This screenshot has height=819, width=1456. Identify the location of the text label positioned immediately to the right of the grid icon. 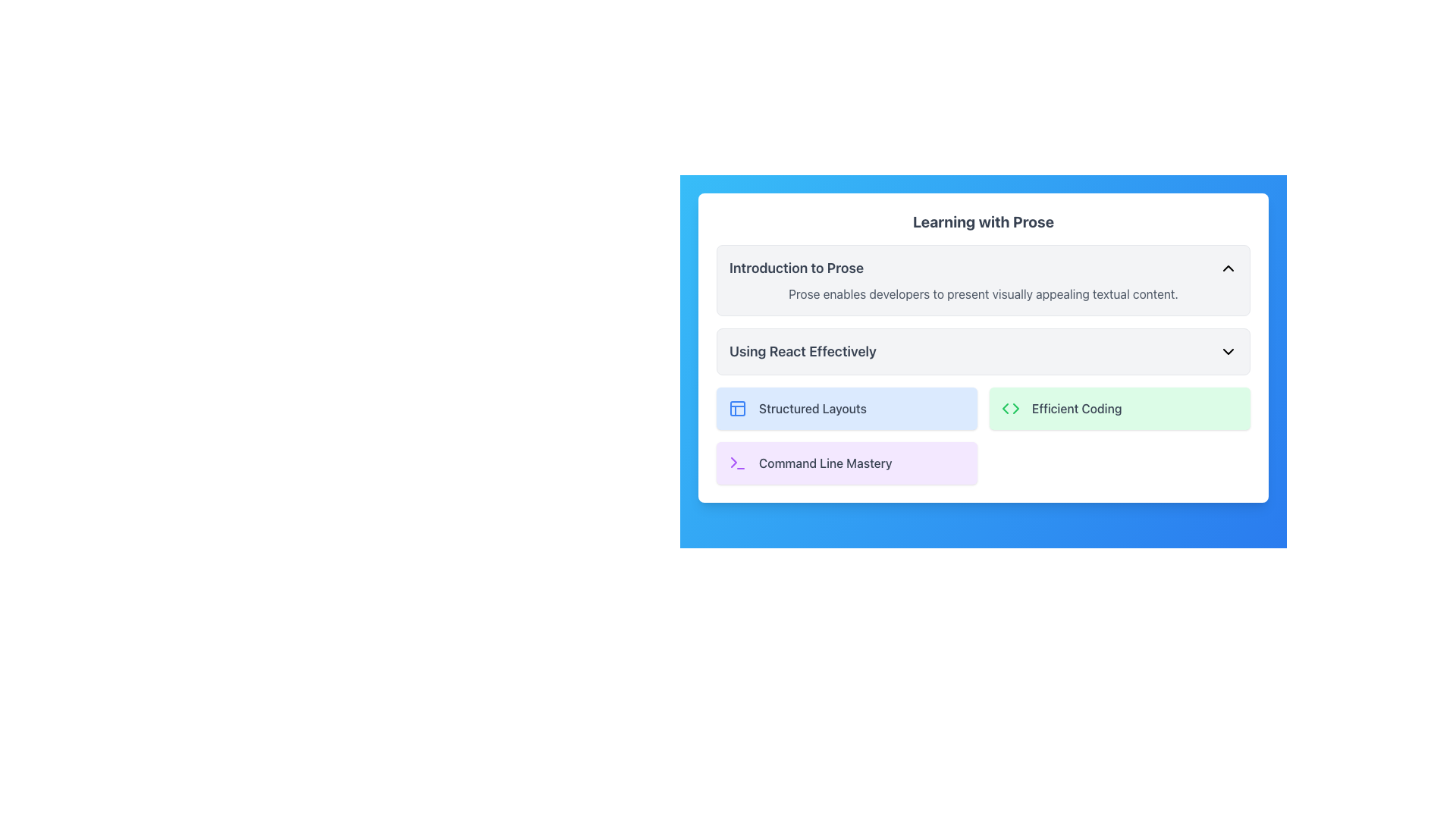
(811, 408).